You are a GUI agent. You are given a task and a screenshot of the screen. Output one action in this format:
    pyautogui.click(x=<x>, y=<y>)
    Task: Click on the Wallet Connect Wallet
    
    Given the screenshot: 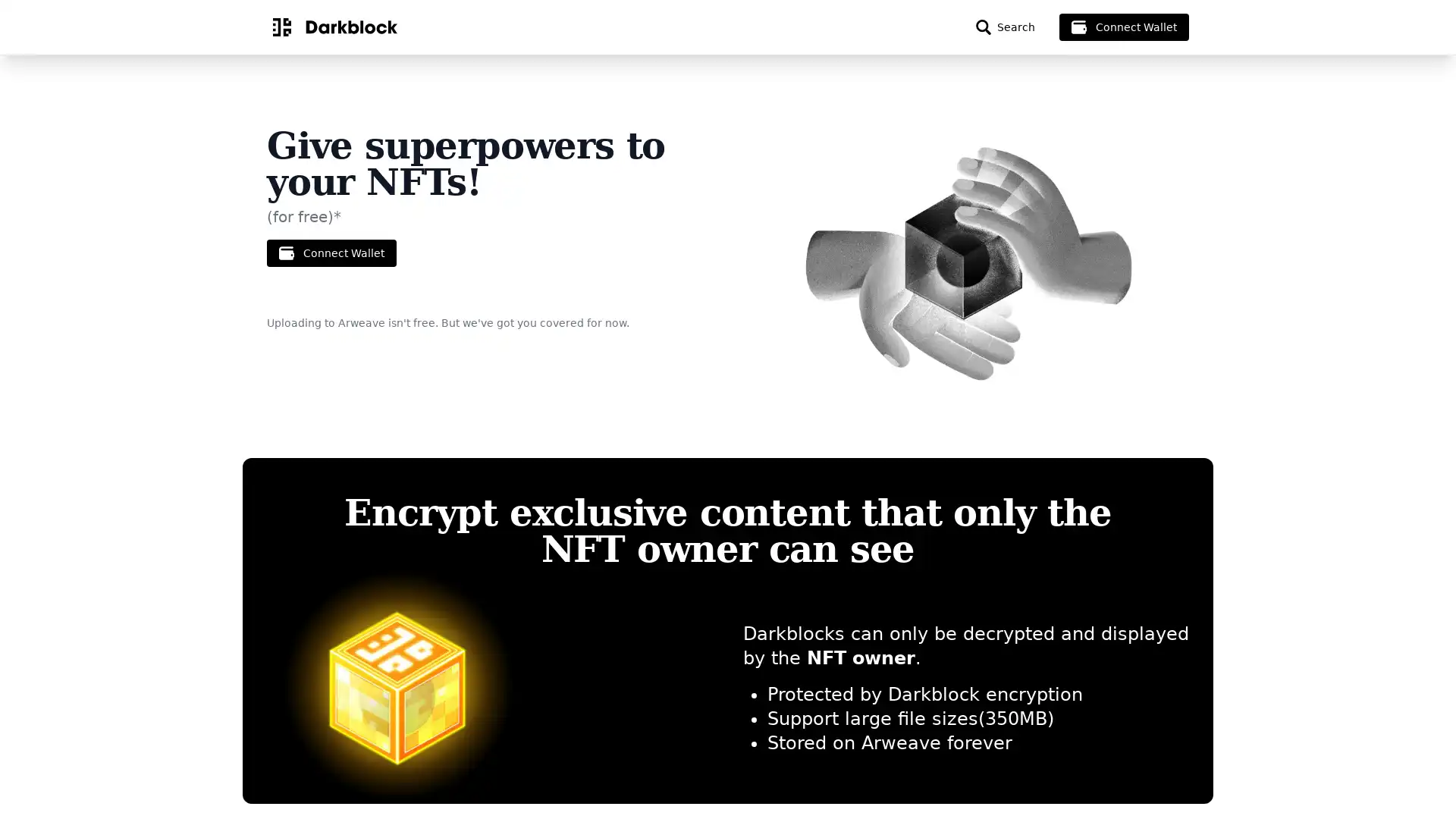 What is the action you would take?
    pyautogui.click(x=1124, y=27)
    